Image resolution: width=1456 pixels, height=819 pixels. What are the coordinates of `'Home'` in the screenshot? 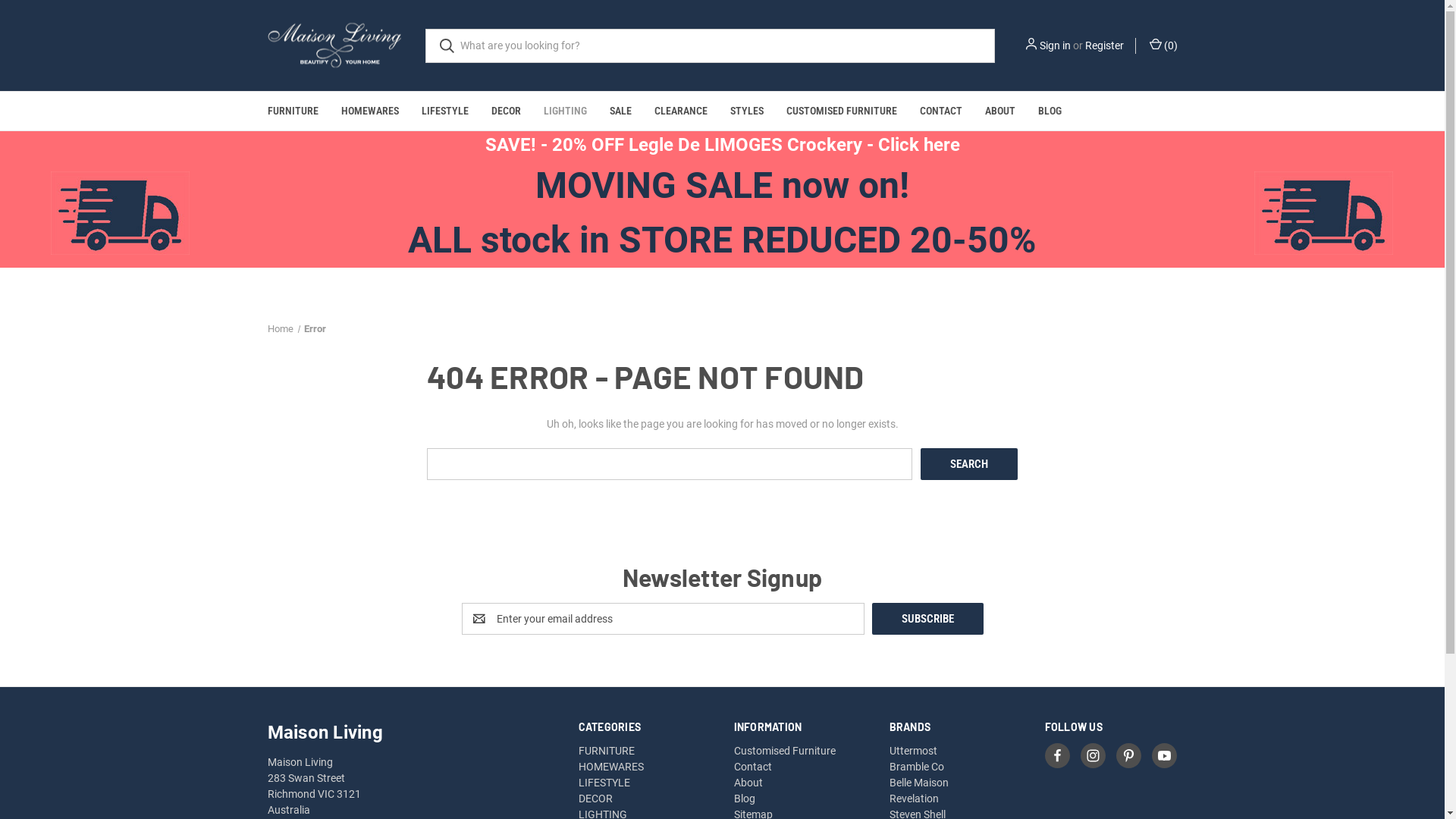 It's located at (280, 328).